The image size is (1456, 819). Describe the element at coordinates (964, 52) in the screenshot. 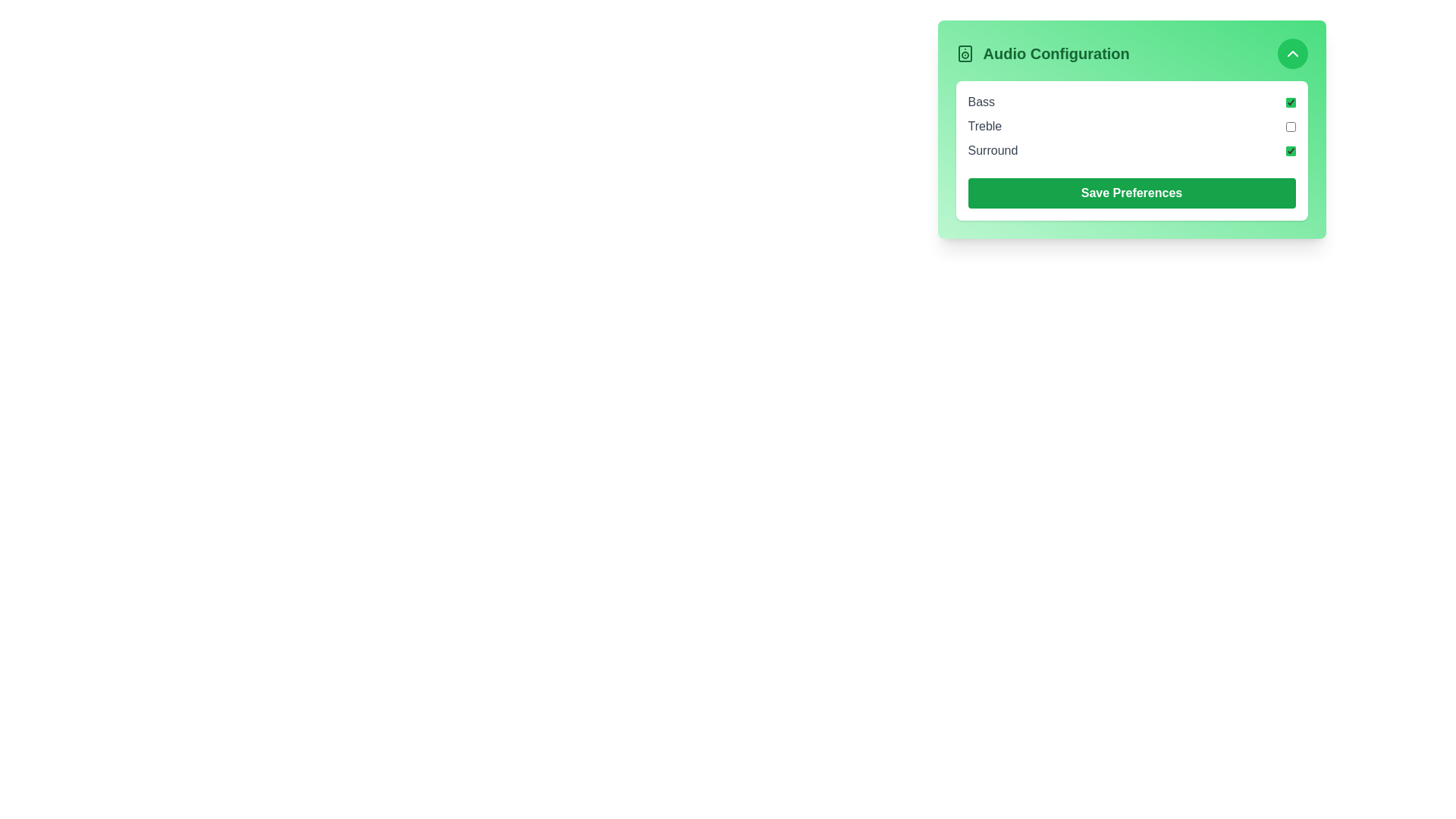

I see `the rectangular element with rounded corners within the speaker icon, located to the left of the 'Audio Configuration' heading in the audio configuration panel` at that location.